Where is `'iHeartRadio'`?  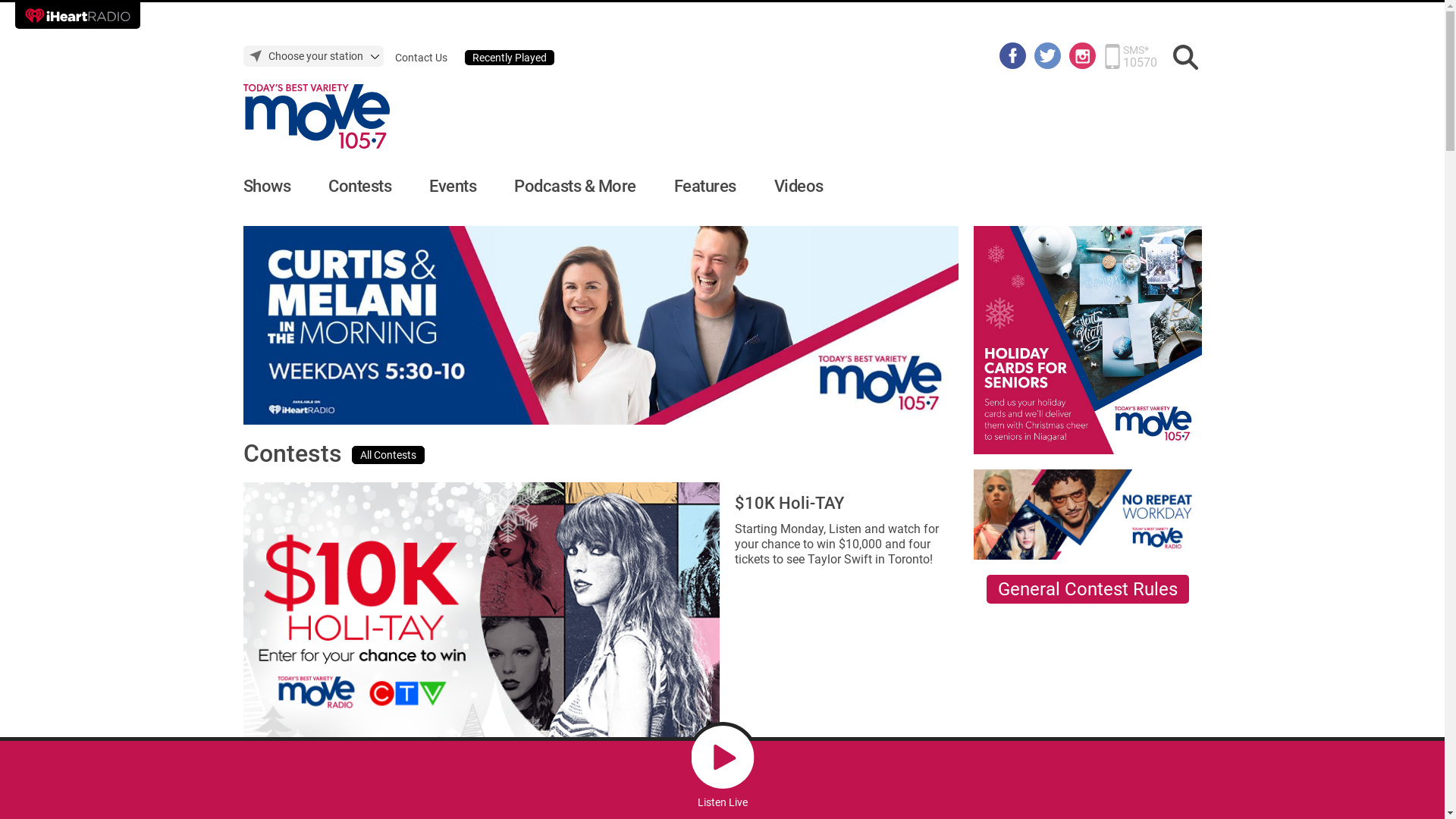
'iHeartRadio' is located at coordinates (77, 15).